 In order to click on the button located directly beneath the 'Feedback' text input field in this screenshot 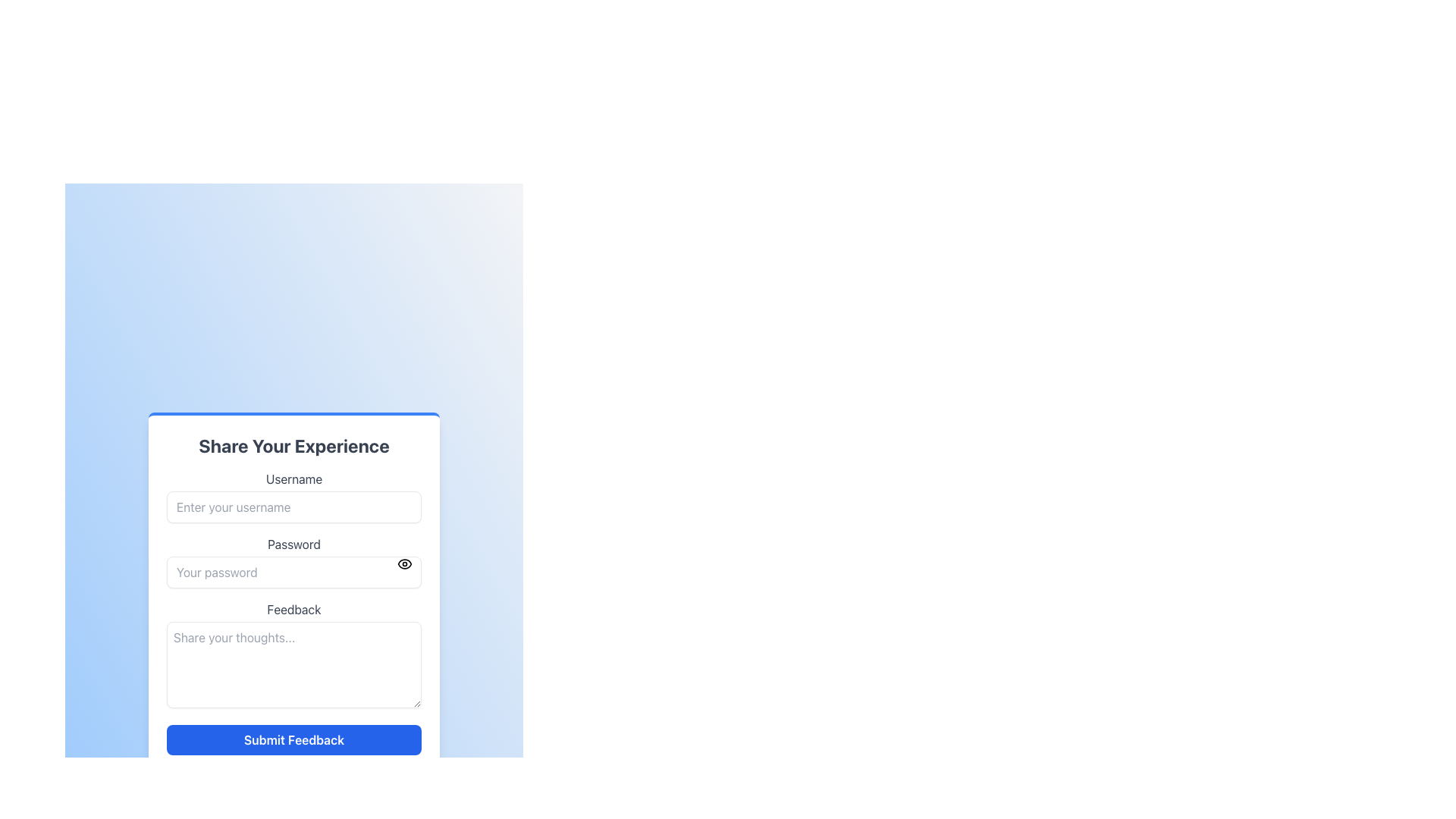, I will do `click(294, 739)`.